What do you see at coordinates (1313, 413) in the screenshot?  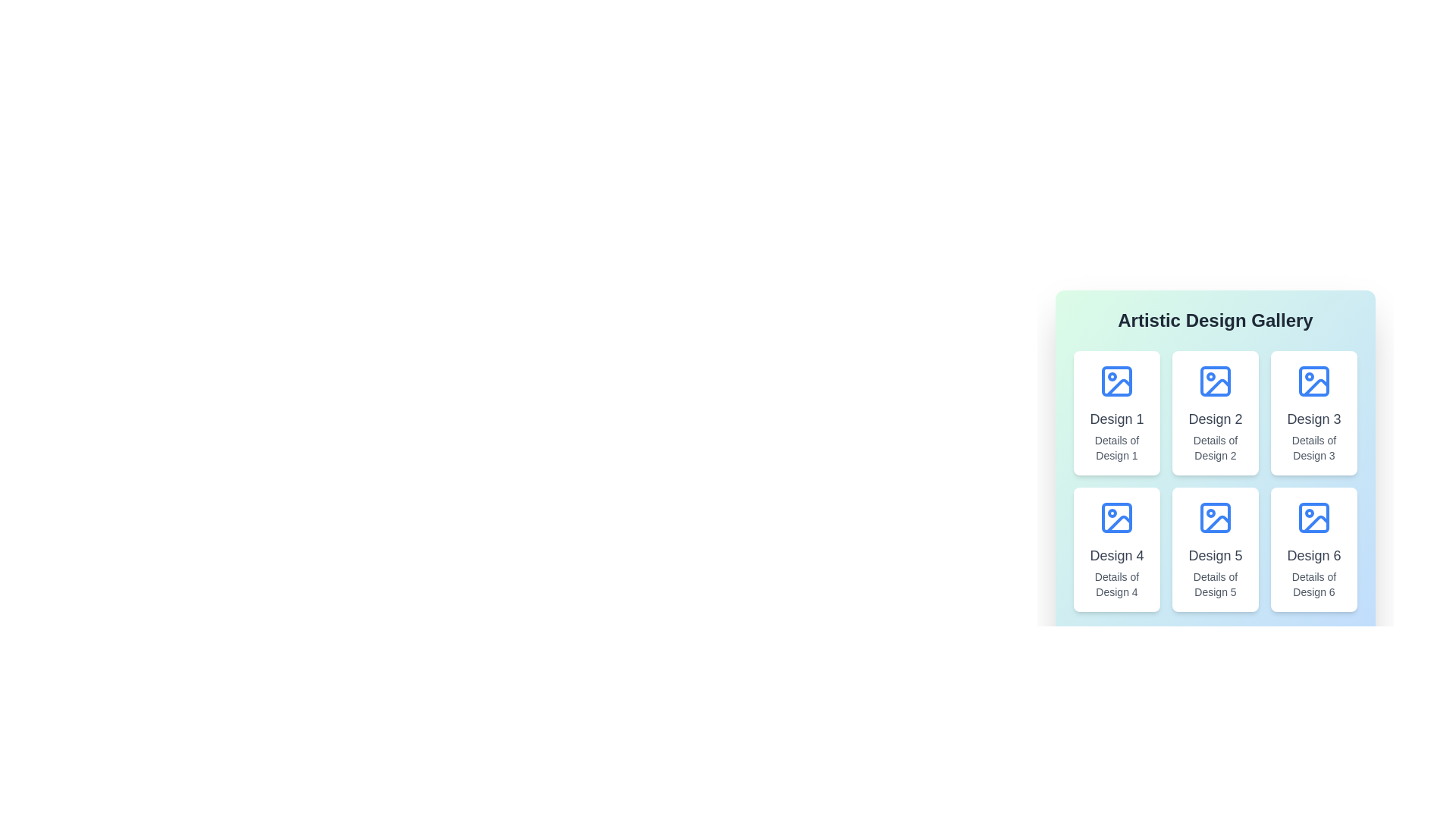 I see `the display card for 'Design 3' located in the rightmost column of the first row` at bounding box center [1313, 413].